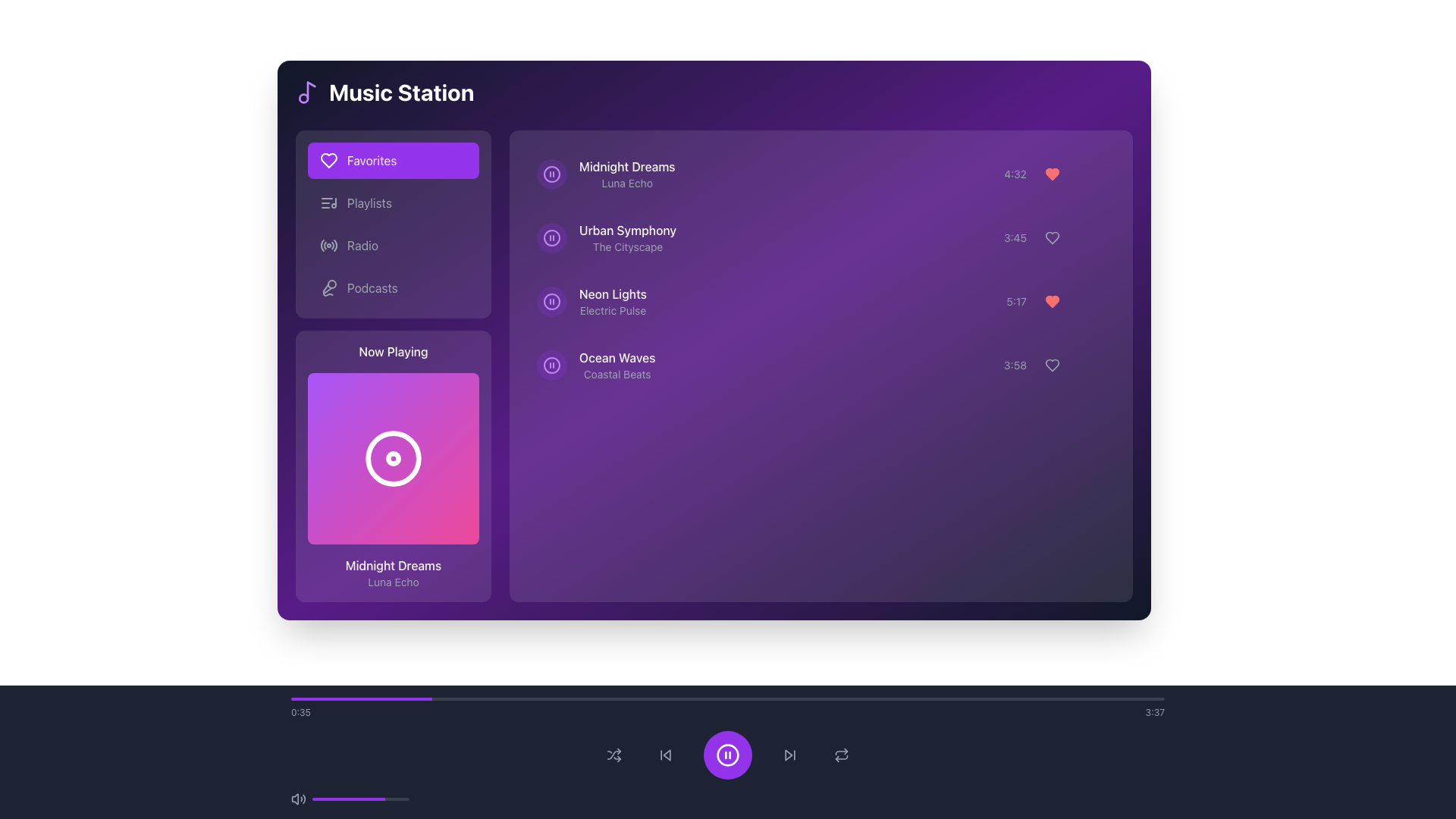  I want to click on the circular SVG graphic element that indicates currently playing music, located in the 'Now Playing' section of the left panel, which is the larger circle in the album display area, so click(393, 458).